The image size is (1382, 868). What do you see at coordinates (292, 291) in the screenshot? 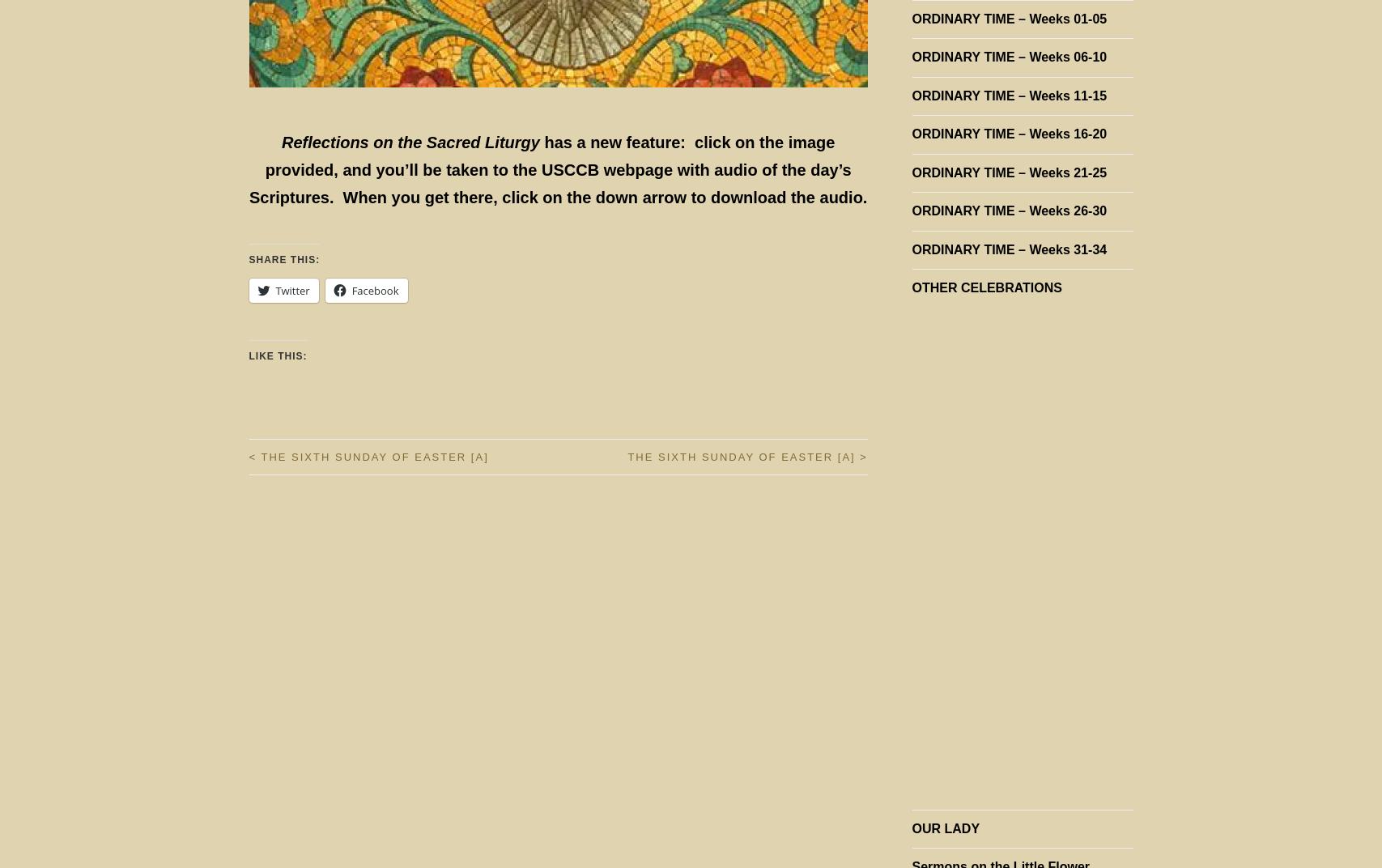
I see `'Twitter'` at bounding box center [292, 291].